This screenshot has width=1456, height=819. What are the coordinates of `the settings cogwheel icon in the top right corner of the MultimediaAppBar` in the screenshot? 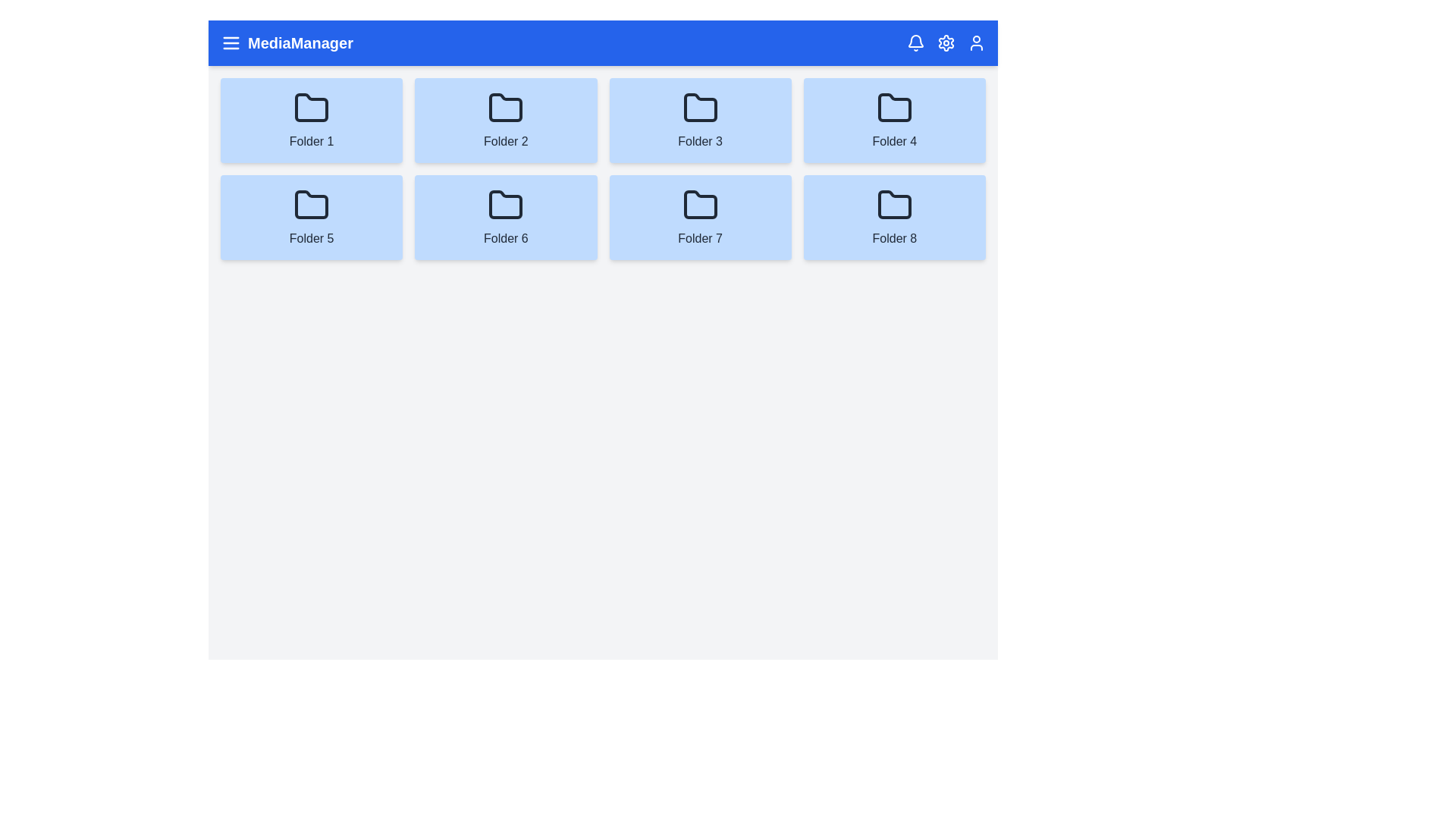 It's located at (946, 42).